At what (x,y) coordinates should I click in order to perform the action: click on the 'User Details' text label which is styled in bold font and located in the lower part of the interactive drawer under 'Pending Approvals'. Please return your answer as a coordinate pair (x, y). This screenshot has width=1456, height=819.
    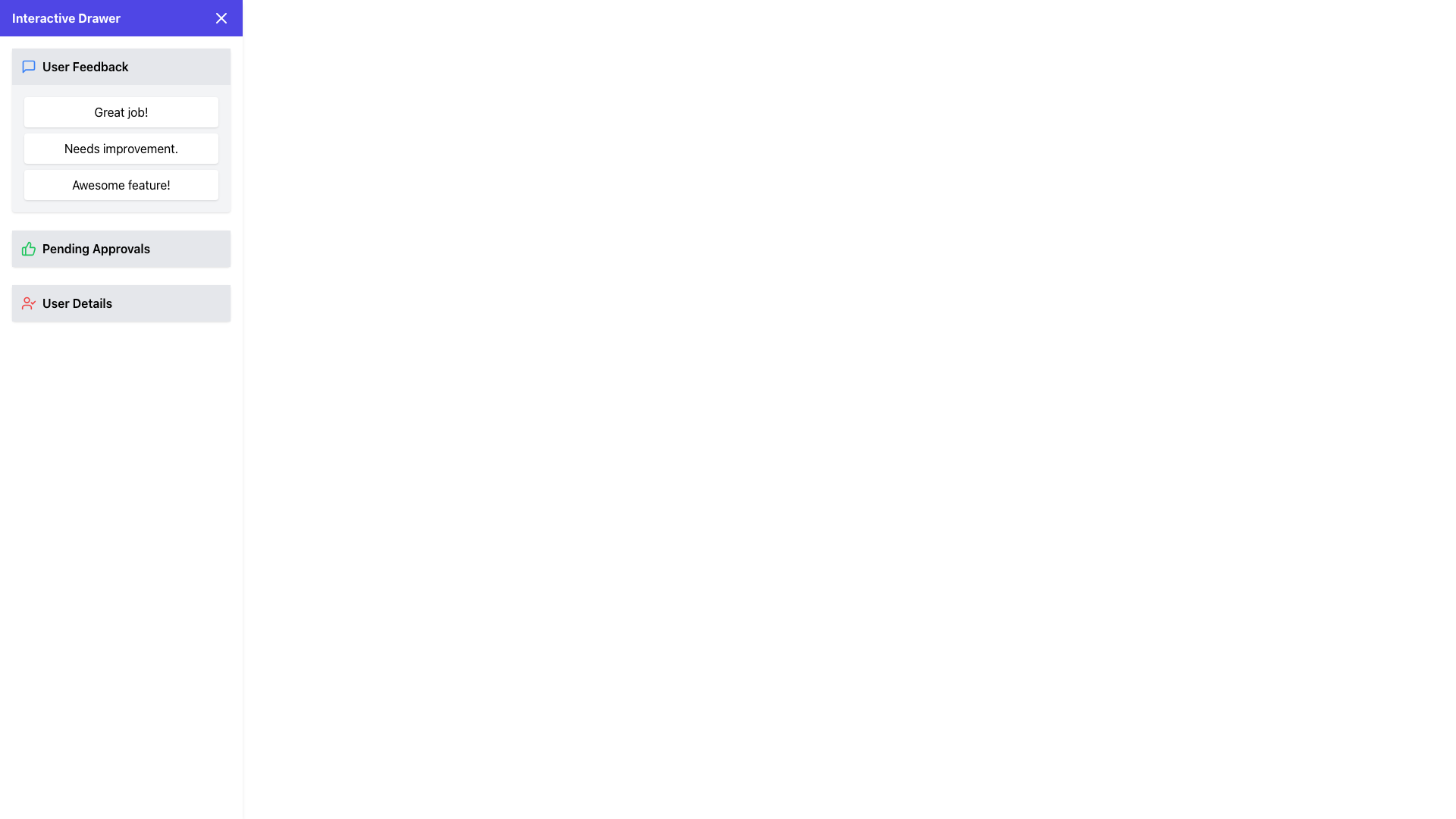
    Looking at the image, I should click on (76, 303).